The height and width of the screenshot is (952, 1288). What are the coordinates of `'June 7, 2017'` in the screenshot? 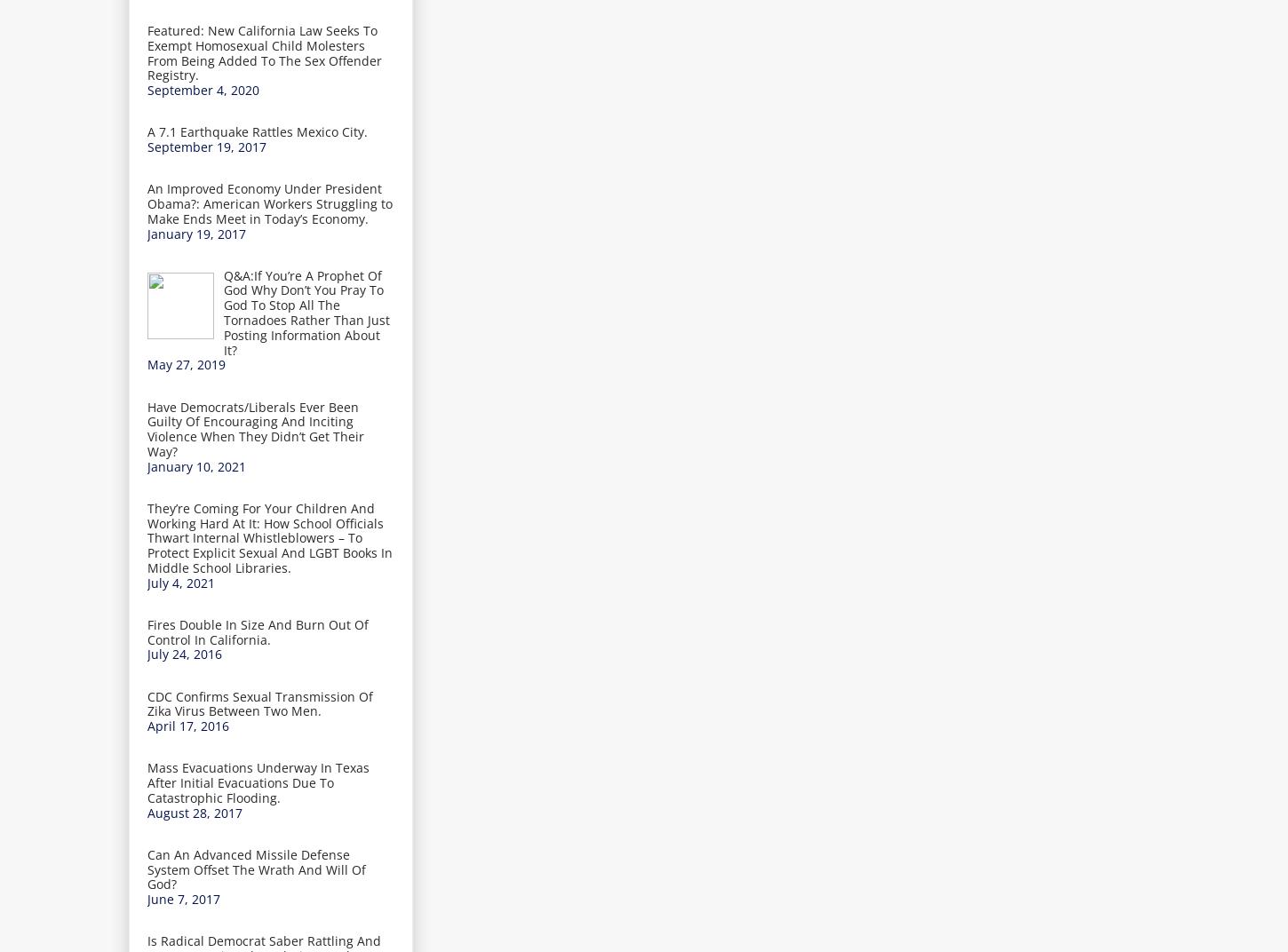 It's located at (183, 899).